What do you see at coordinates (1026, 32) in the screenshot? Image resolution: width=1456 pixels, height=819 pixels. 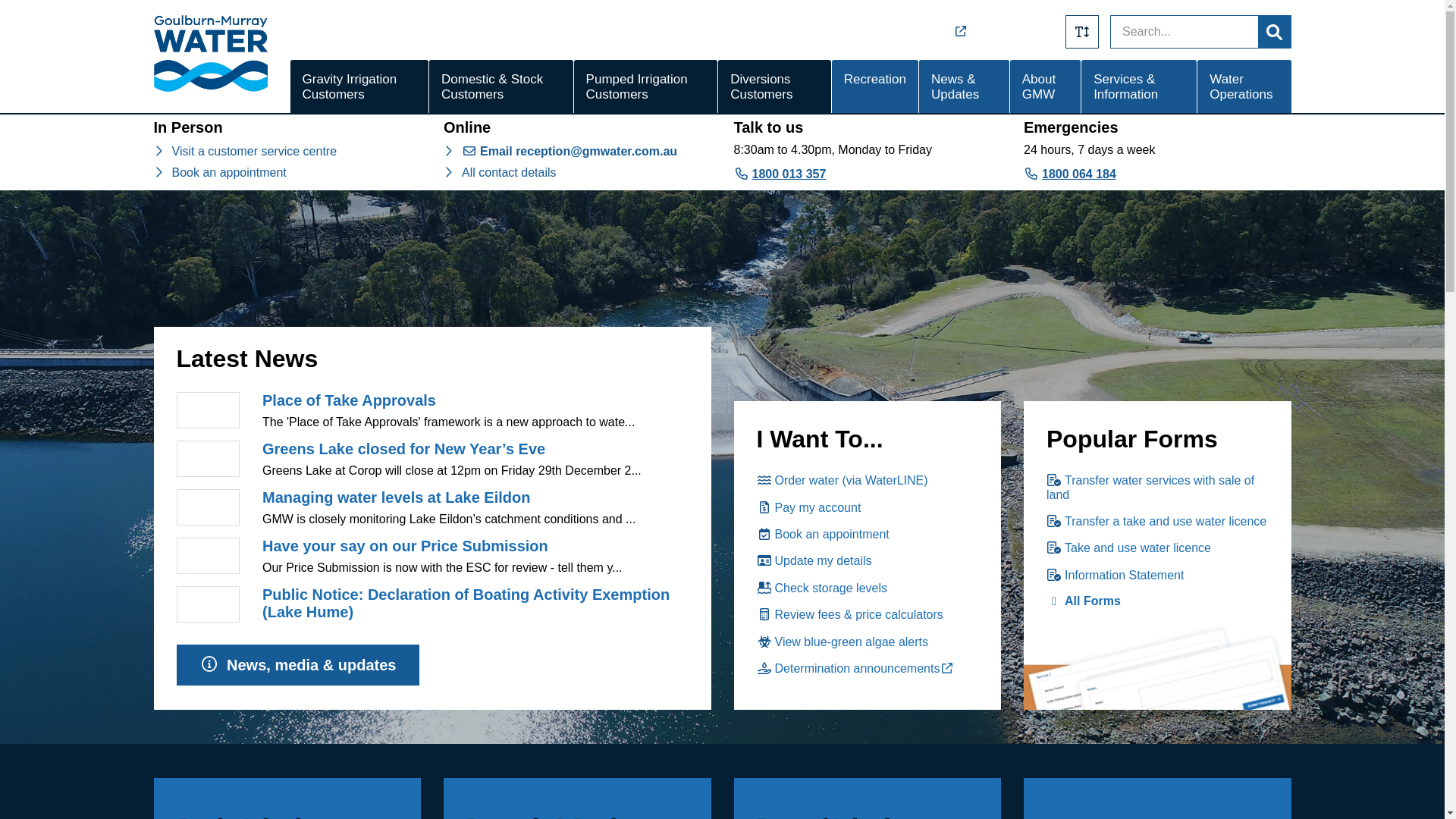 I see `'Contact Us'` at bounding box center [1026, 32].